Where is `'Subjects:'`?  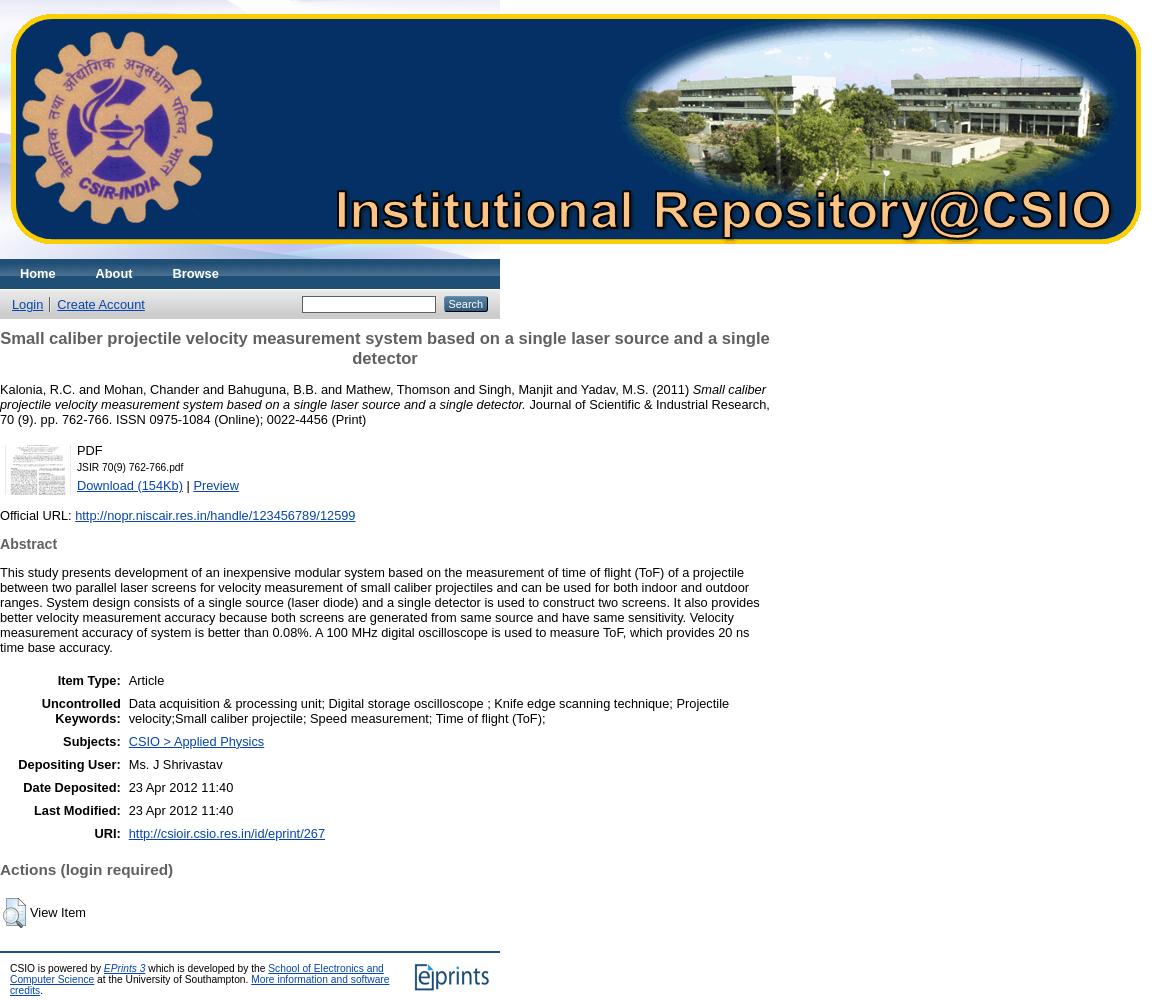
'Subjects:' is located at coordinates (90, 739).